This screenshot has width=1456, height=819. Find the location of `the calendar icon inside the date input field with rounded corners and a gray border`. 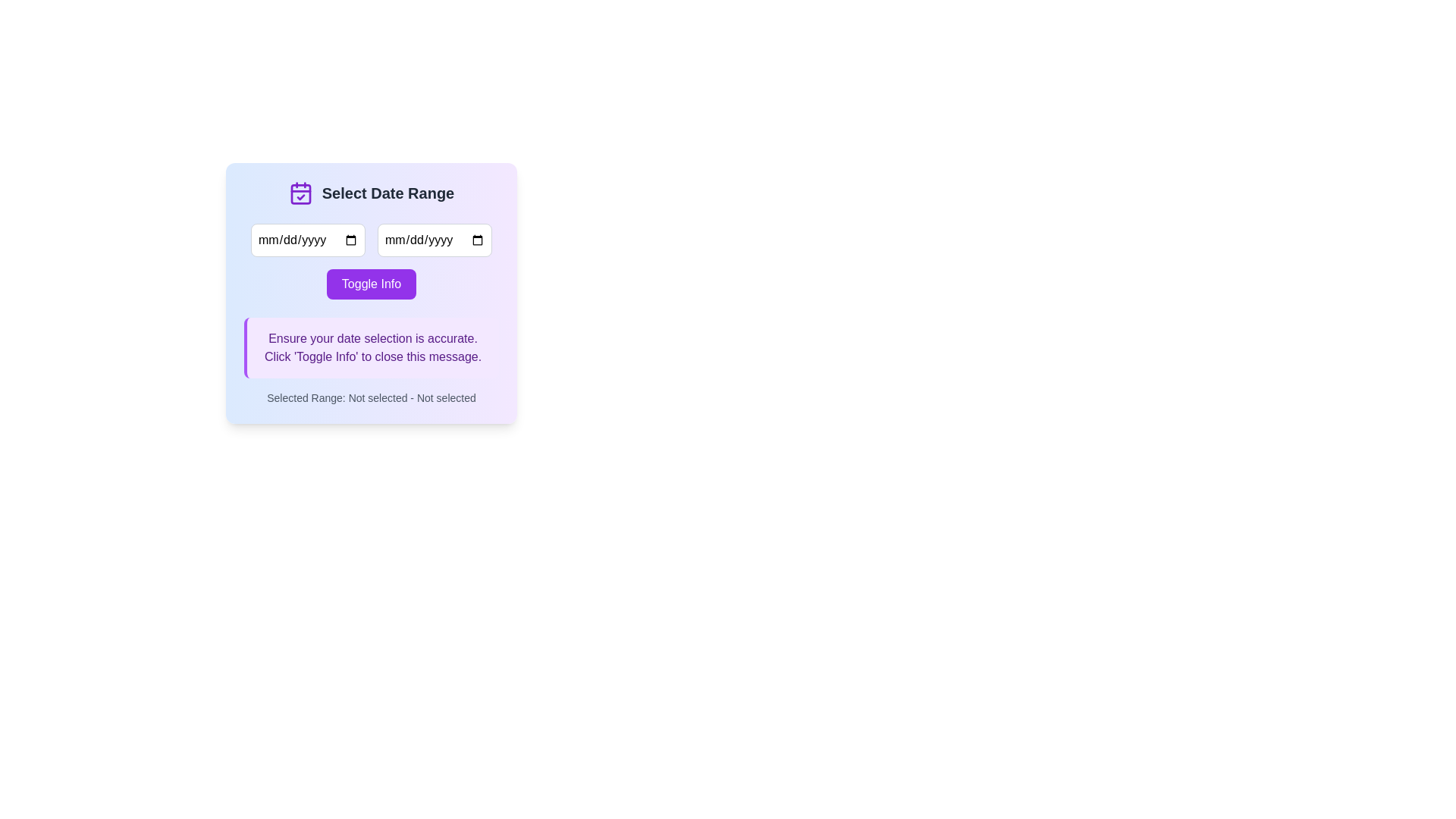

the calendar icon inside the date input field with rounded corners and a gray border is located at coordinates (434, 239).